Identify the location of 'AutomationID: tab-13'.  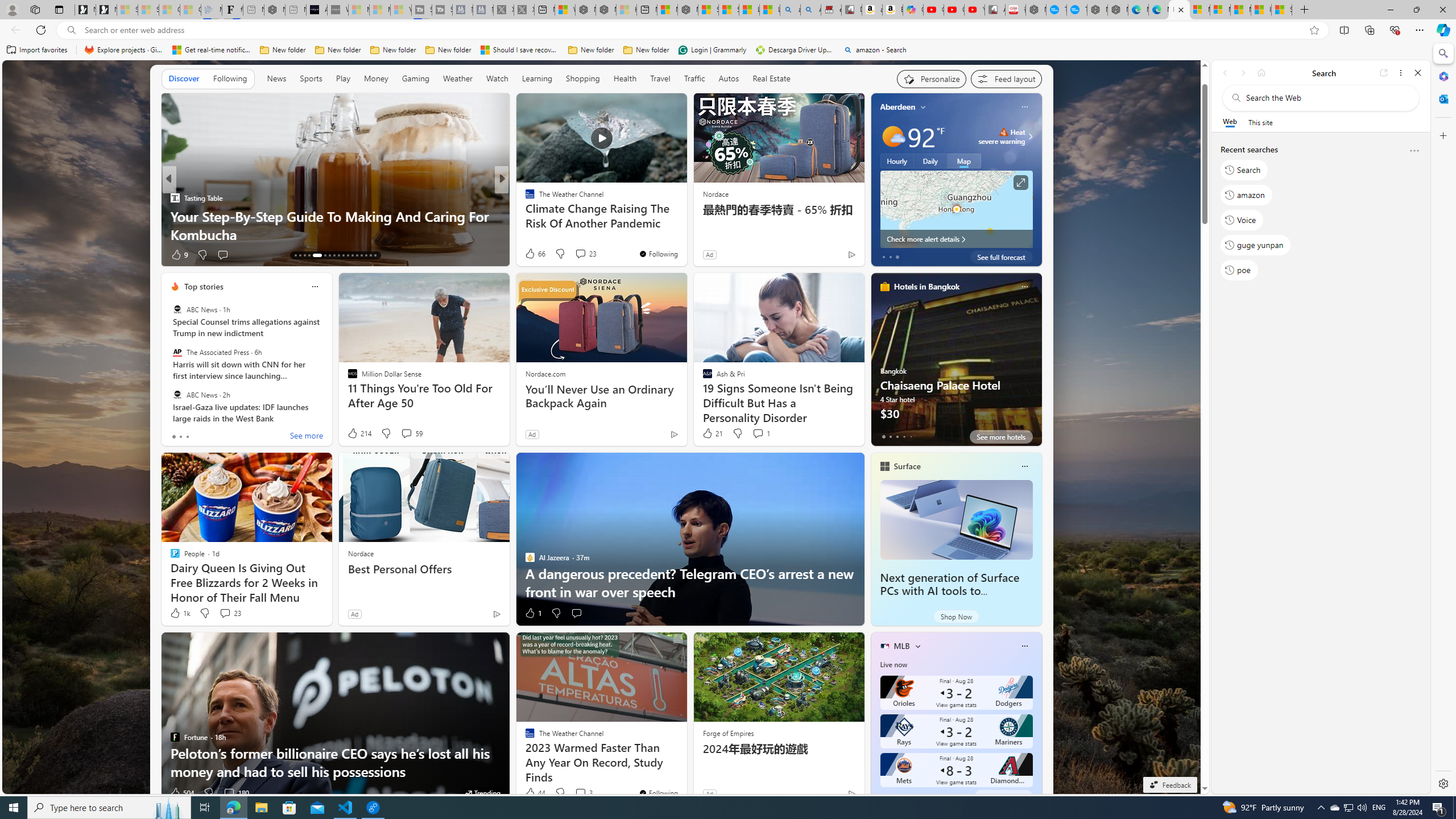
(295, 255).